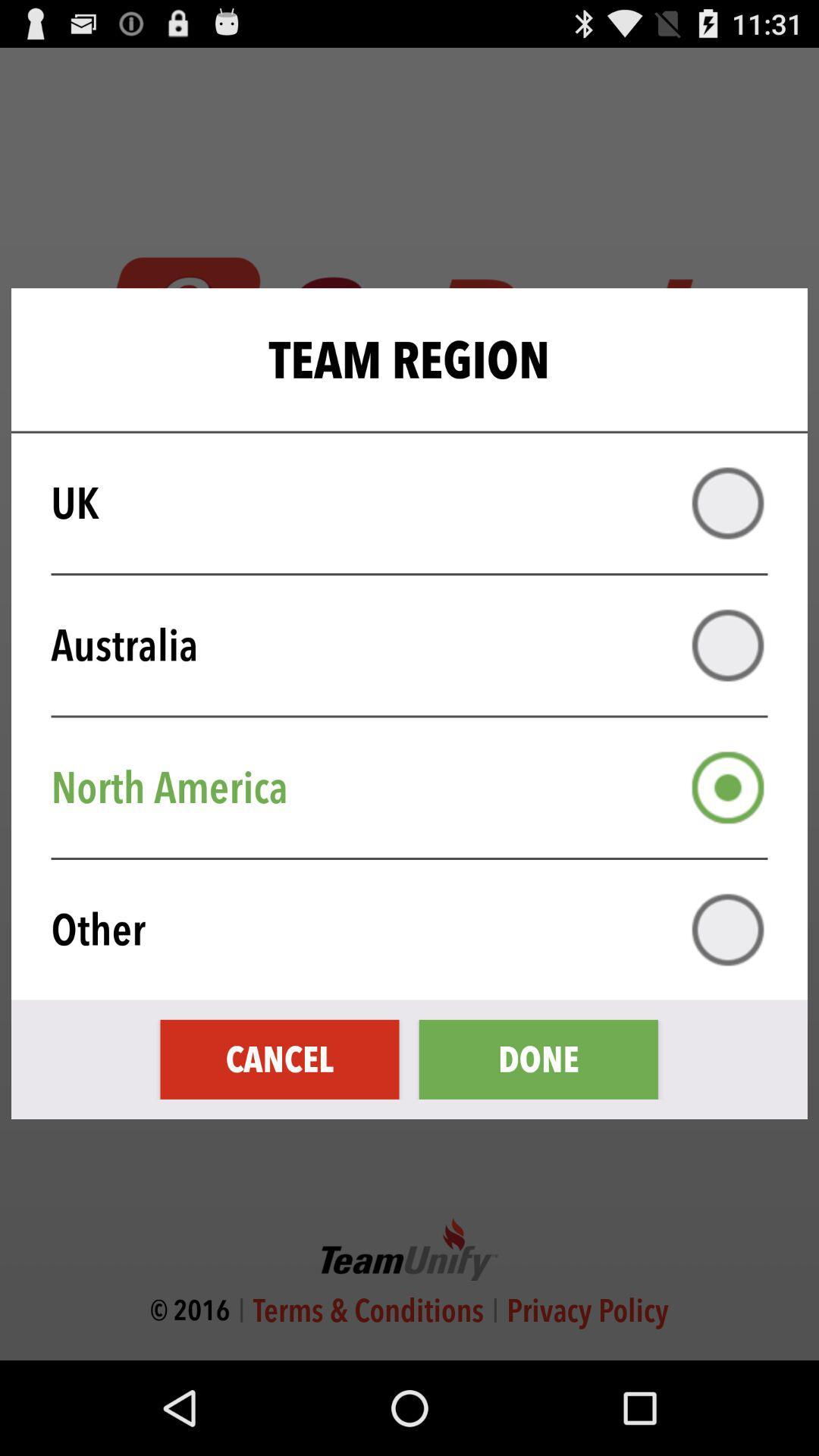 The image size is (819, 1456). I want to click on done, so click(538, 1059).